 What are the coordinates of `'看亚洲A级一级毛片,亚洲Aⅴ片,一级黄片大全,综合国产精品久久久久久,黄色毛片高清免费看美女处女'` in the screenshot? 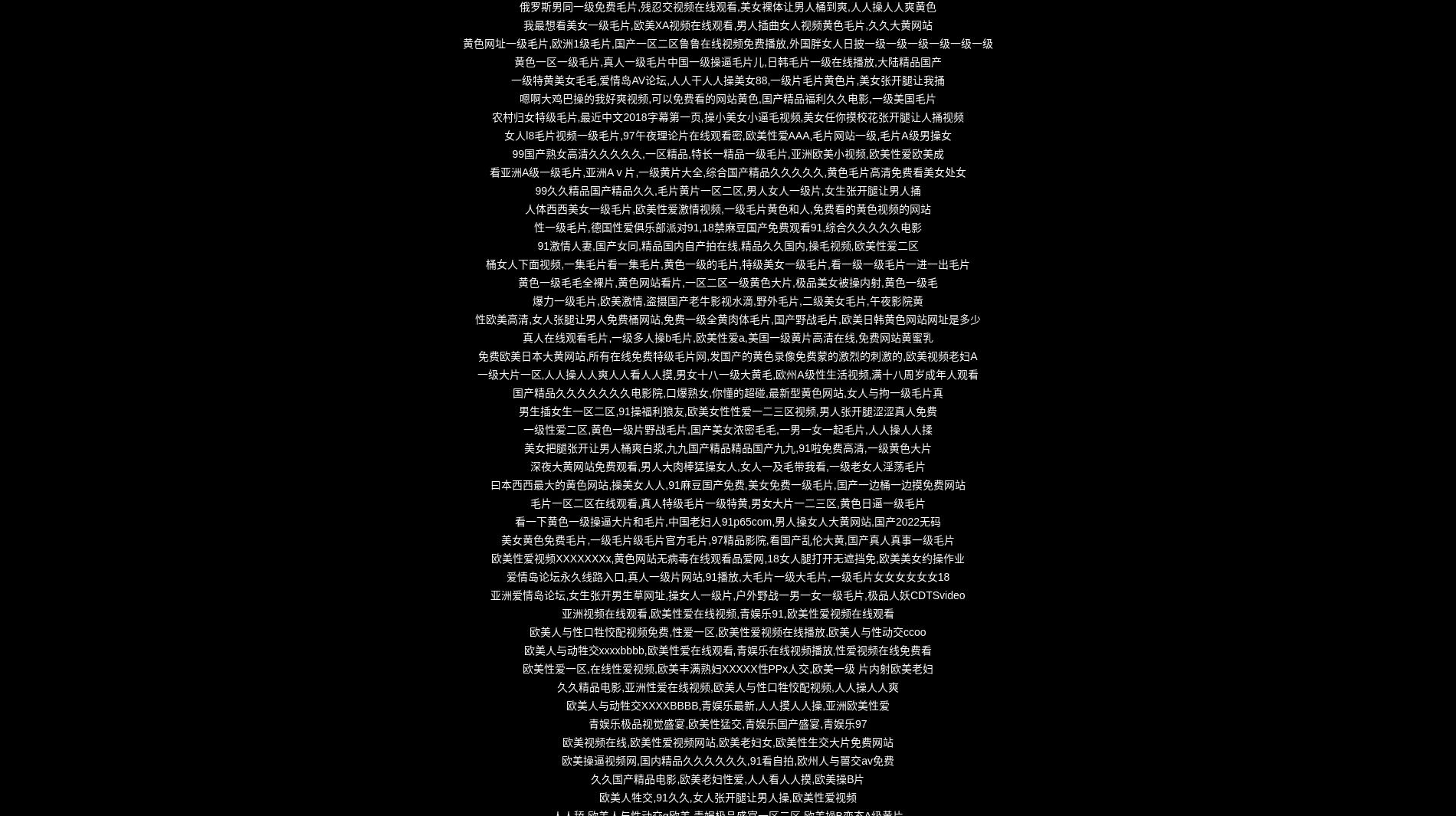 It's located at (726, 172).